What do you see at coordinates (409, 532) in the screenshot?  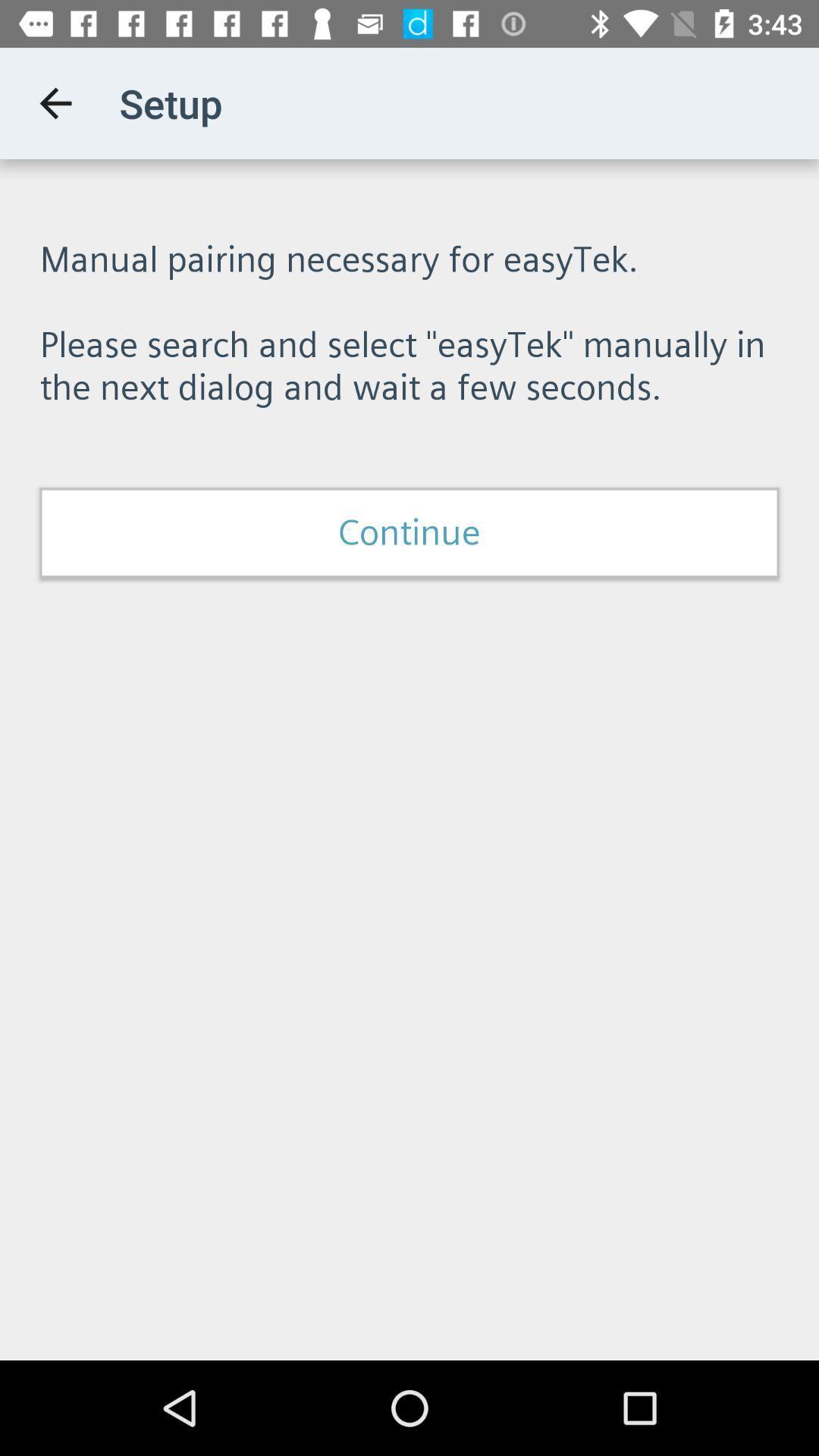 I see `icon below the manual pairing necessary item` at bounding box center [409, 532].